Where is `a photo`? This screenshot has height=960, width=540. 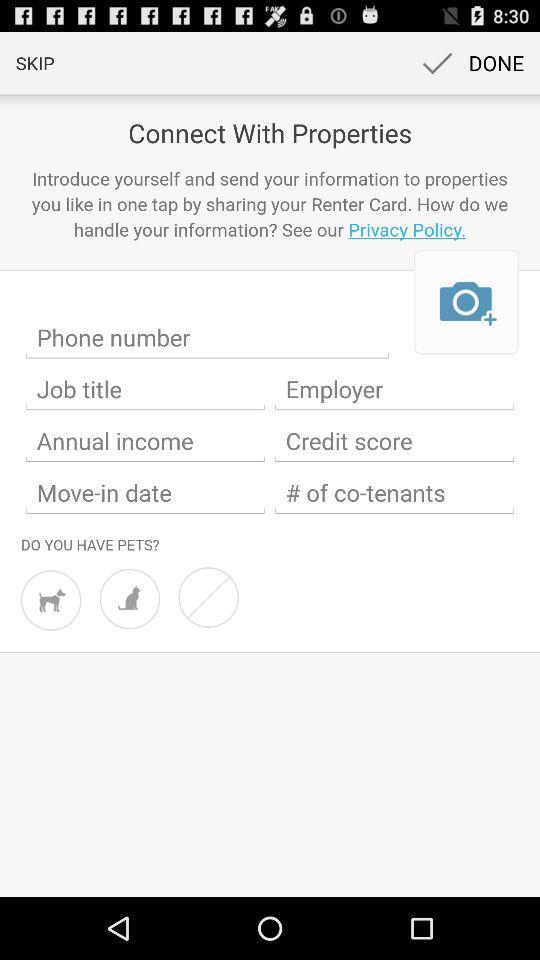 a photo is located at coordinates (466, 302).